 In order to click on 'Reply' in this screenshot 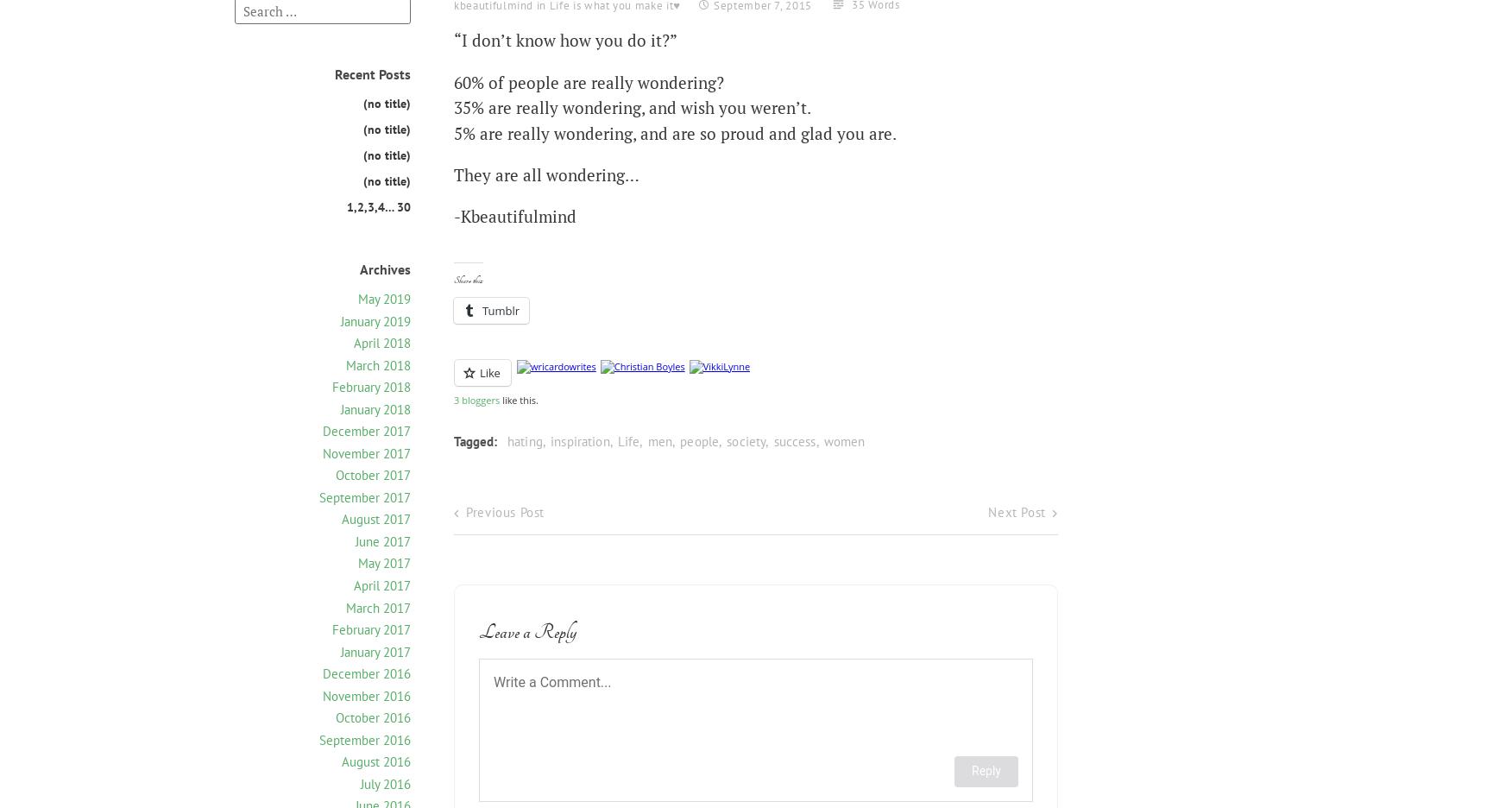, I will do `click(986, 770)`.